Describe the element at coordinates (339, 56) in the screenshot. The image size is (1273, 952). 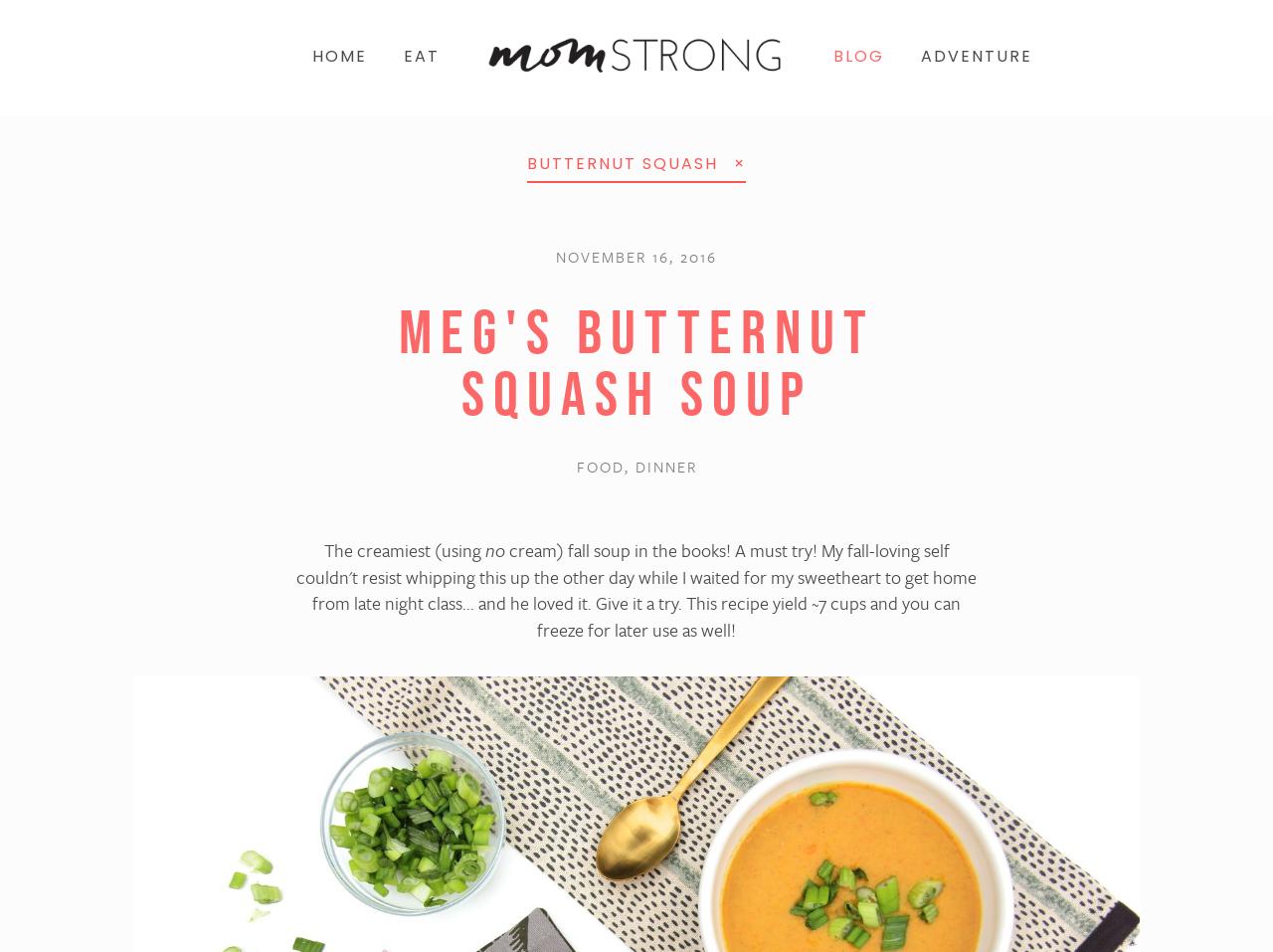
I see `'Home'` at that location.